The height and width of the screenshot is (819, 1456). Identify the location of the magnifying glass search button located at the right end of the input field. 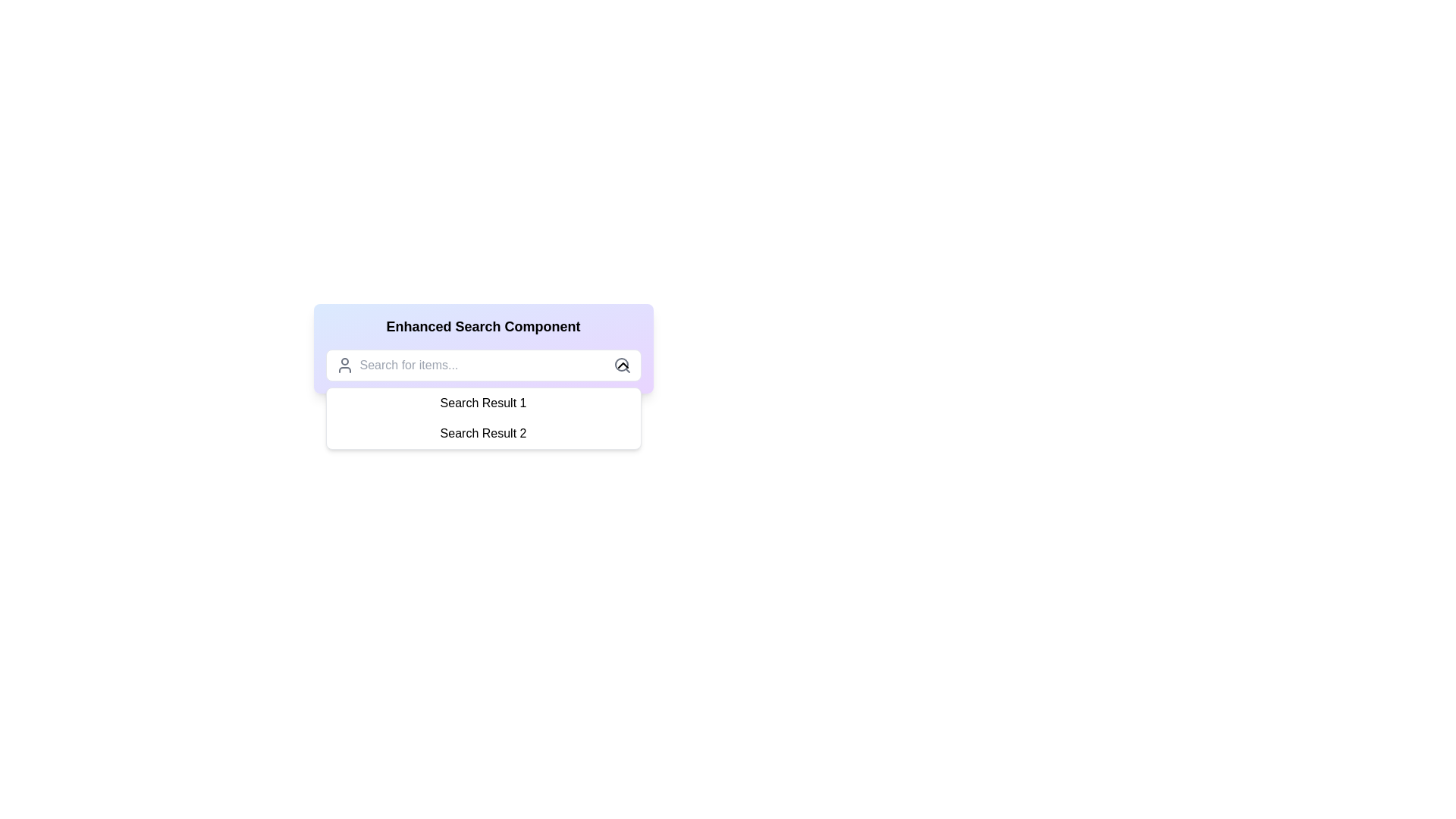
(622, 366).